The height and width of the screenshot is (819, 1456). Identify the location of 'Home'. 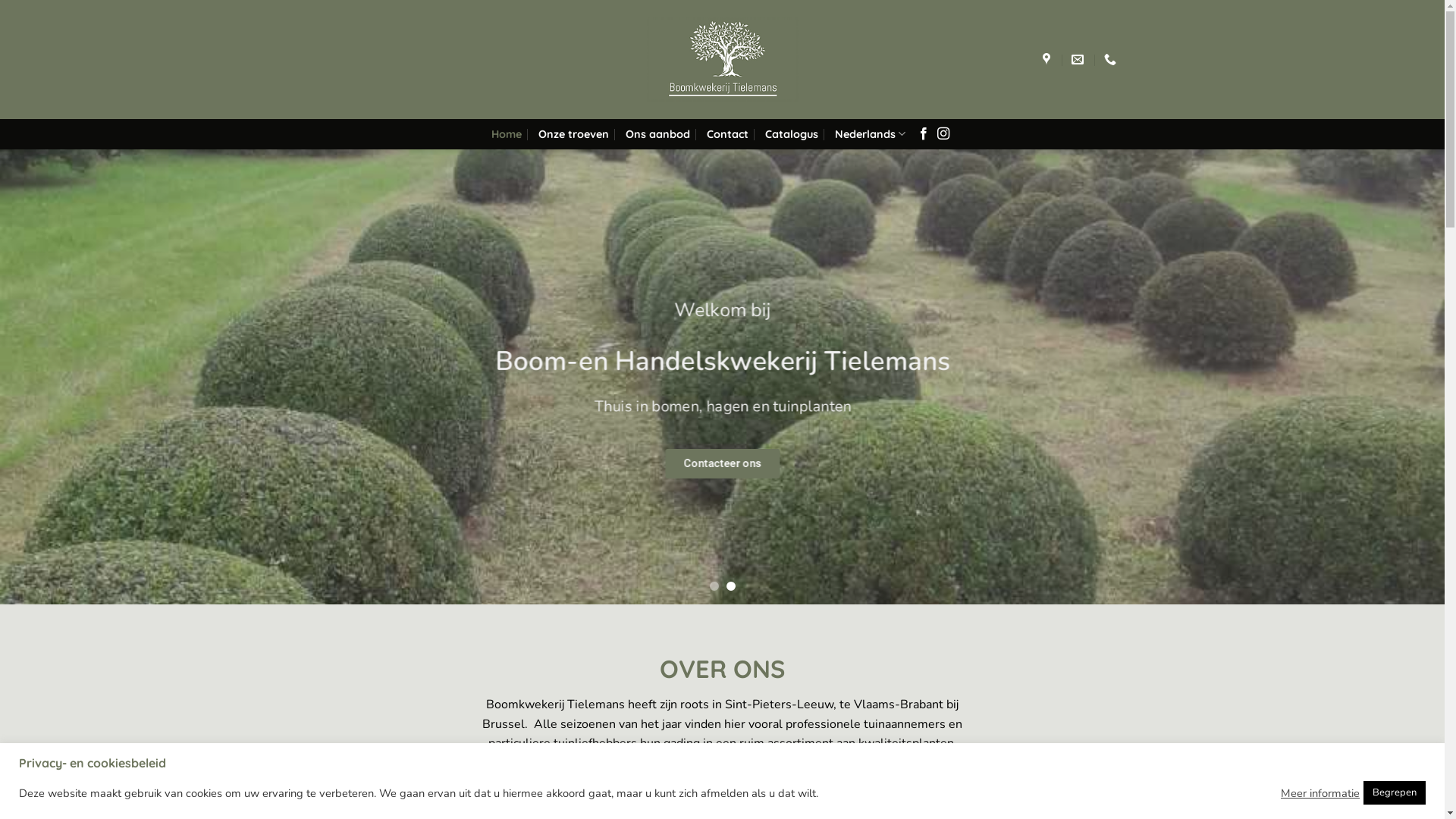
(506, 133).